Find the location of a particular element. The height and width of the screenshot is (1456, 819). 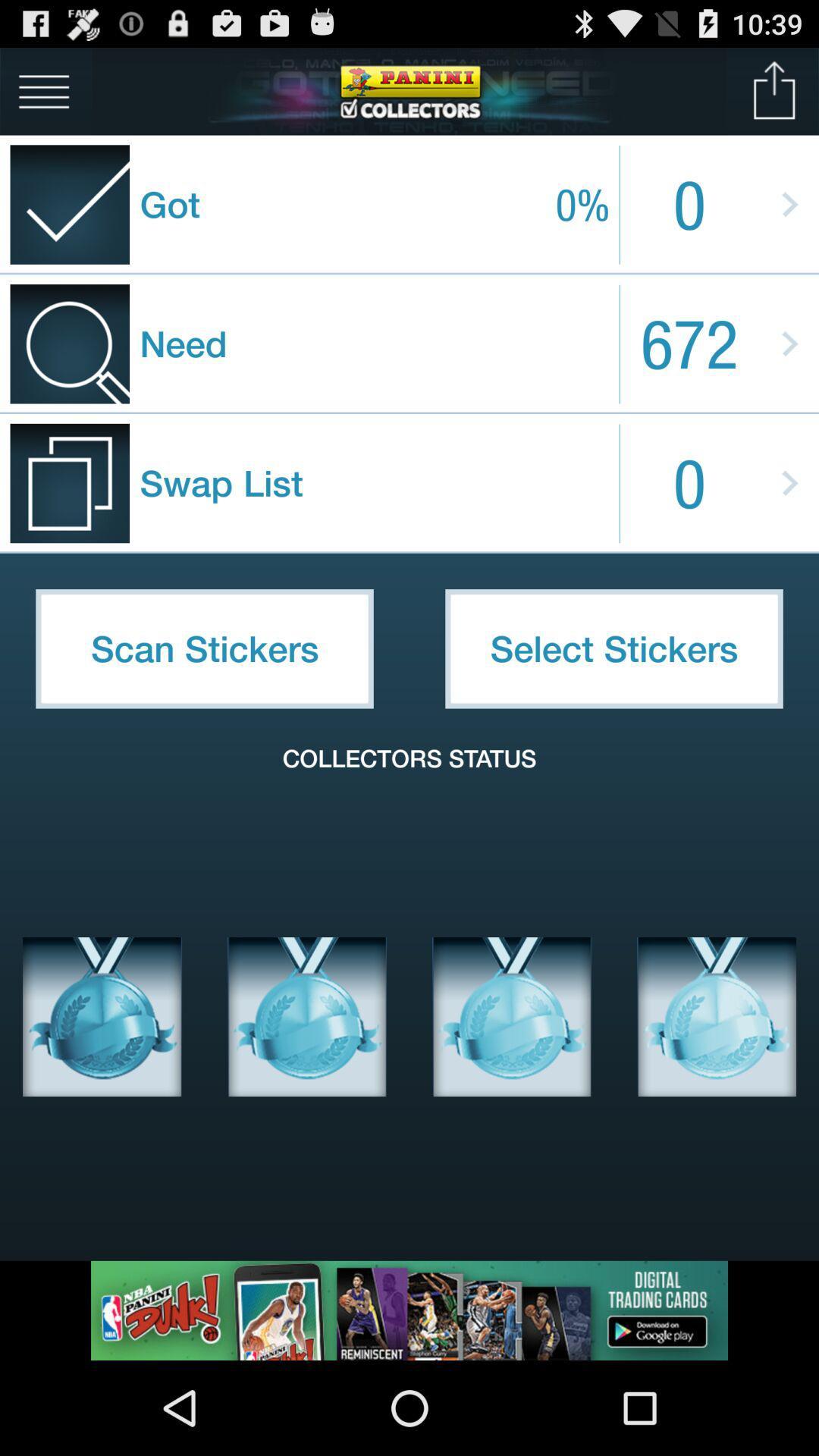

the item next to the 0% icon is located at coordinates (774, 90).